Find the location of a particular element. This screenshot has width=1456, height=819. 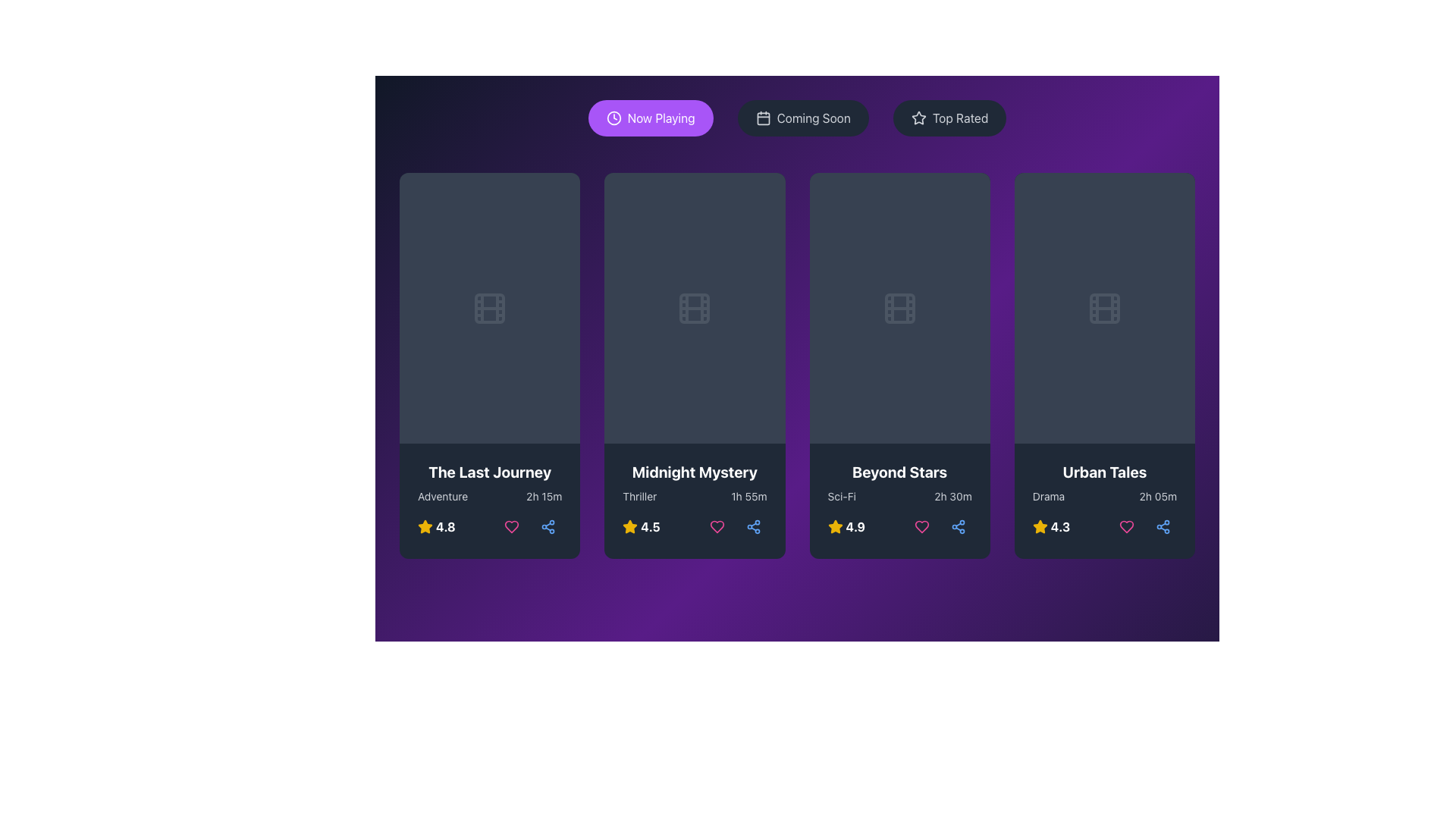

text from the movie title label located in the third column of the grid layout, positioned below the central image of the movie card is located at coordinates (899, 472).